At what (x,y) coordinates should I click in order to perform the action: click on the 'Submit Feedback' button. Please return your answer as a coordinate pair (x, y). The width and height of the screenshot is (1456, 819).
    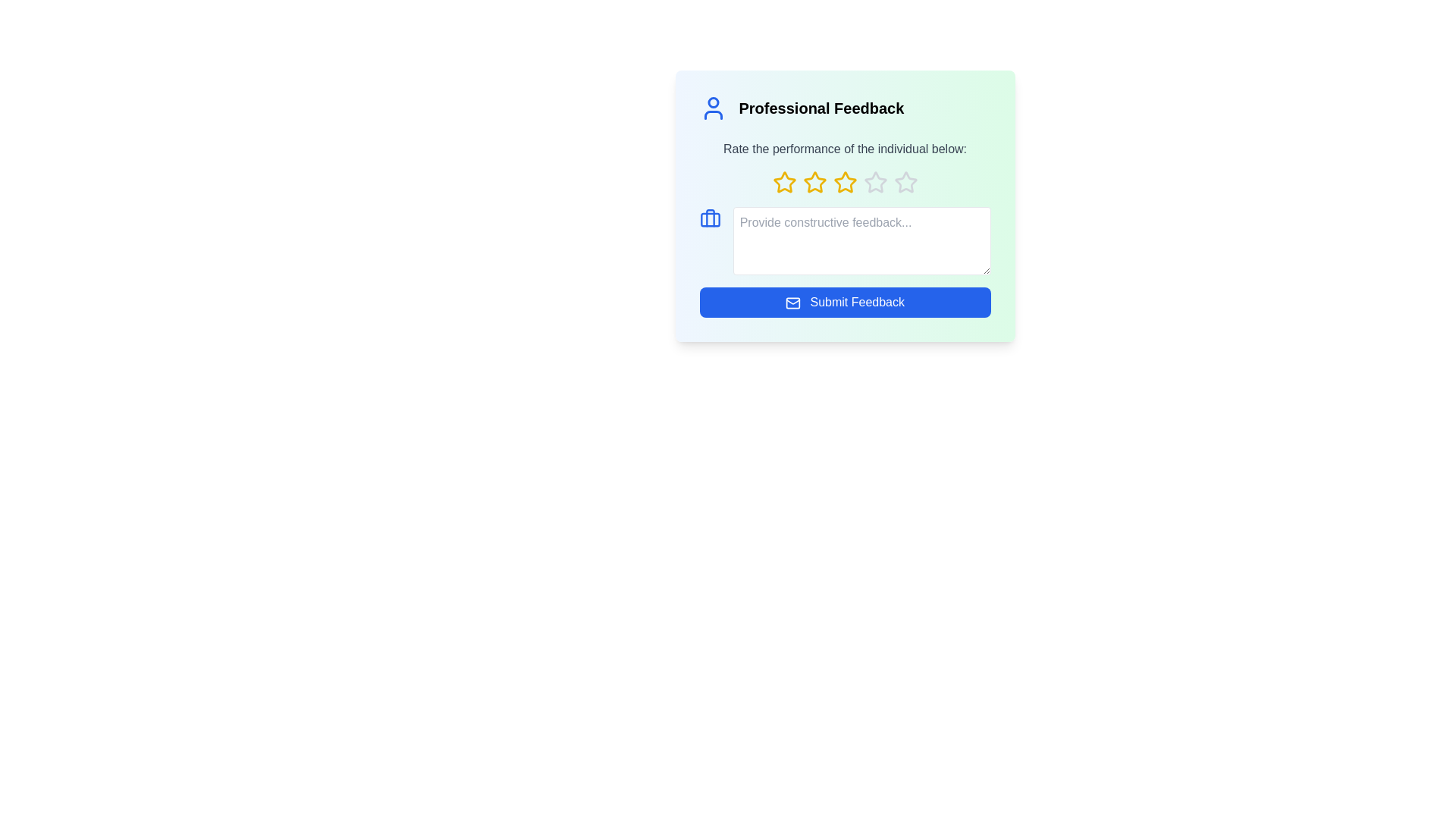
    Looking at the image, I should click on (844, 302).